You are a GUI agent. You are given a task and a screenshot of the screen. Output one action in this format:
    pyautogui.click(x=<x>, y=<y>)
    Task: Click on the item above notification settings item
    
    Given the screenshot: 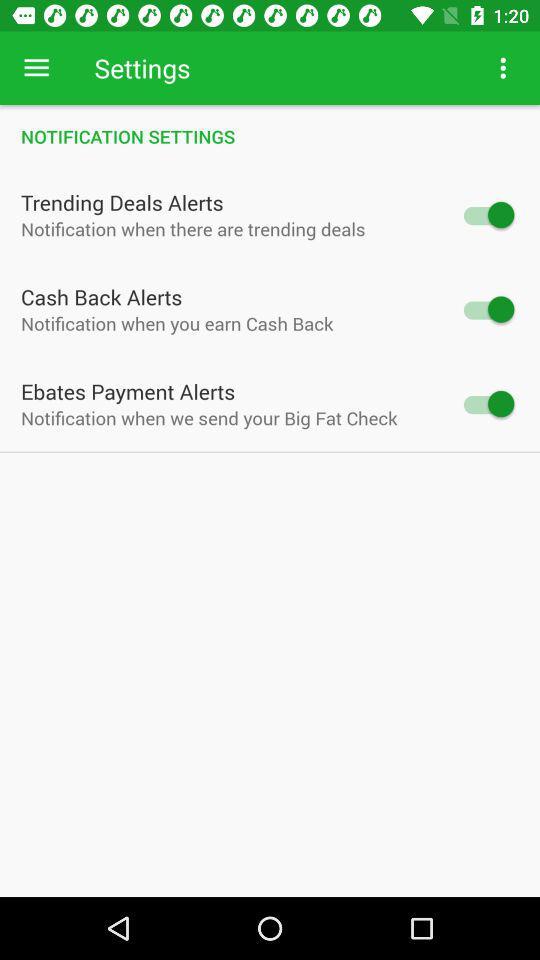 What is the action you would take?
    pyautogui.click(x=502, y=68)
    